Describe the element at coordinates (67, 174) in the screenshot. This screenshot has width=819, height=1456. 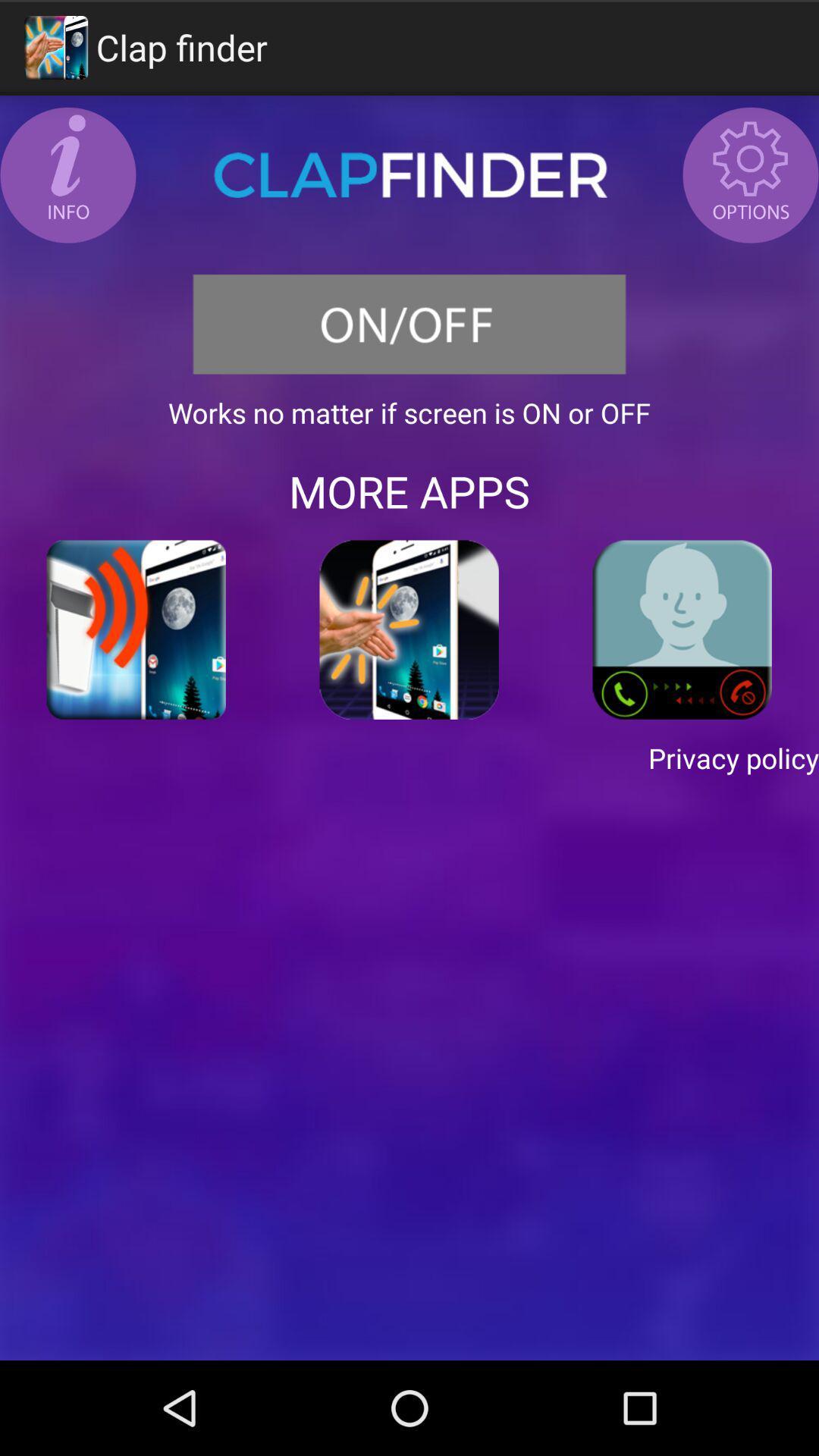
I see `get information` at that location.